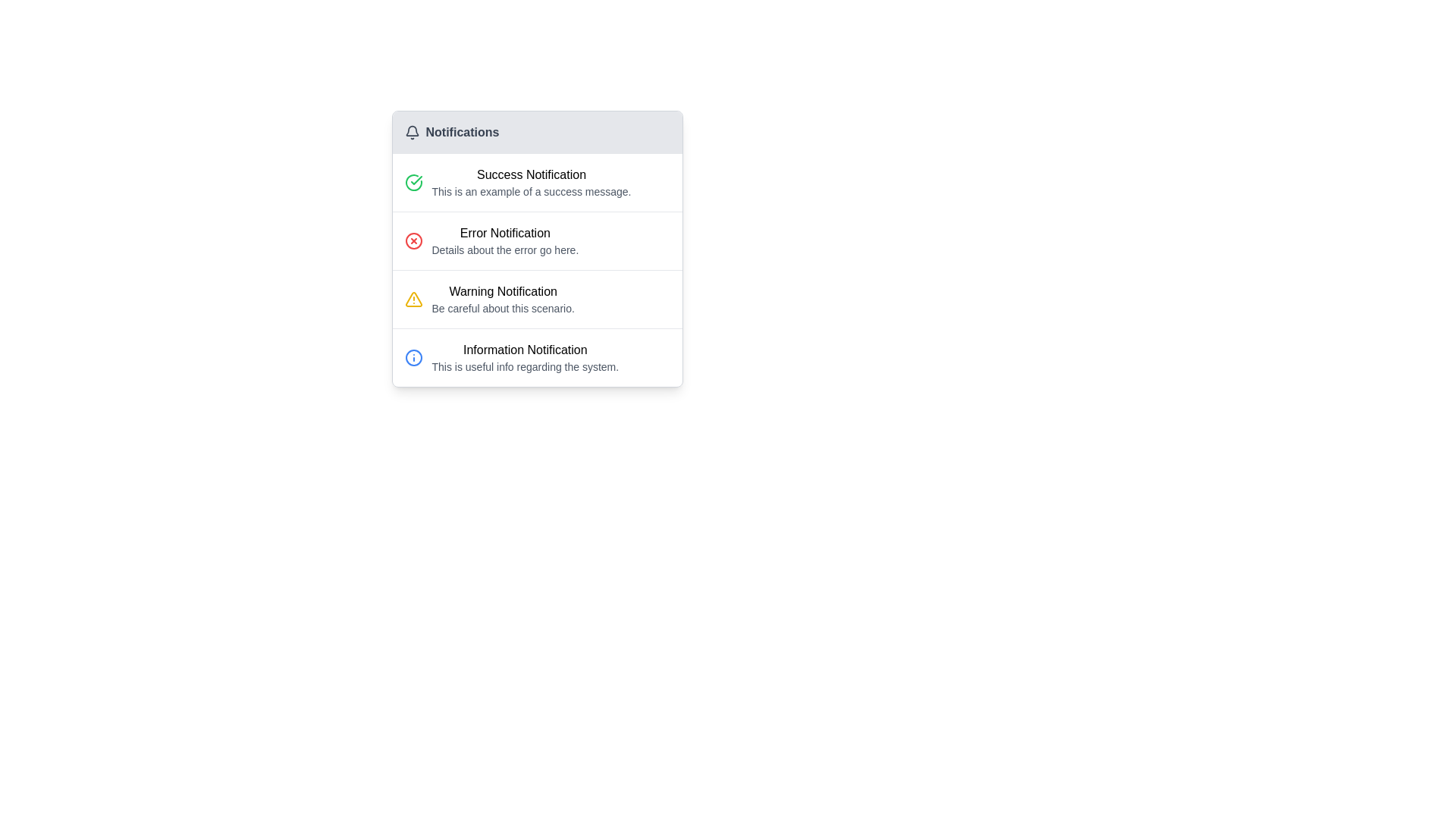 This screenshot has width=1456, height=819. What do you see at coordinates (525, 366) in the screenshot?
I see `text content element that displays 'This is useful info regarding the system.' located below the 'Information Notification' header in the fourth notification card` at bounding box center [525, 366].